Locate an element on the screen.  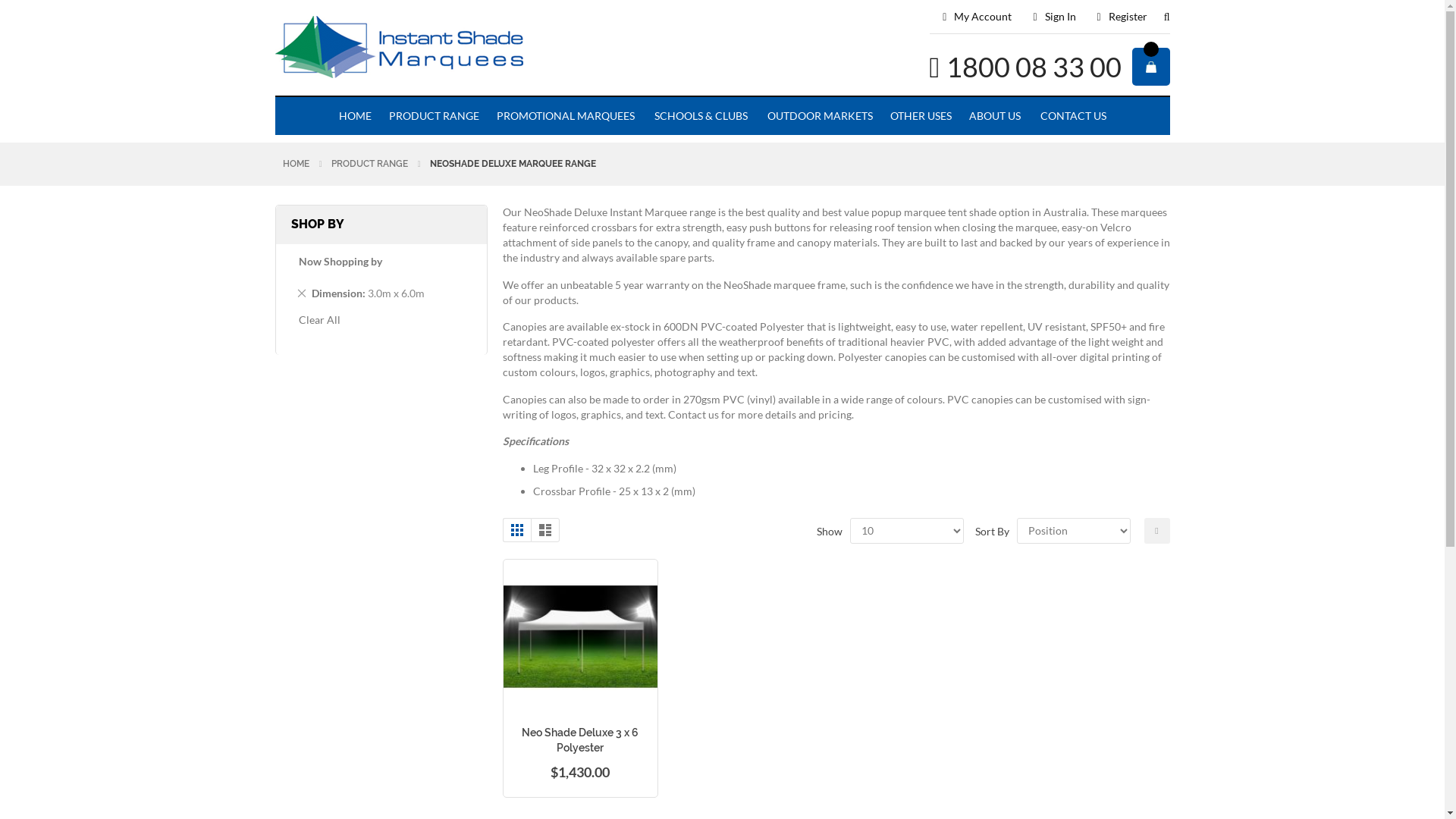
'OTHER USES' is located at coordinates (882, 115).